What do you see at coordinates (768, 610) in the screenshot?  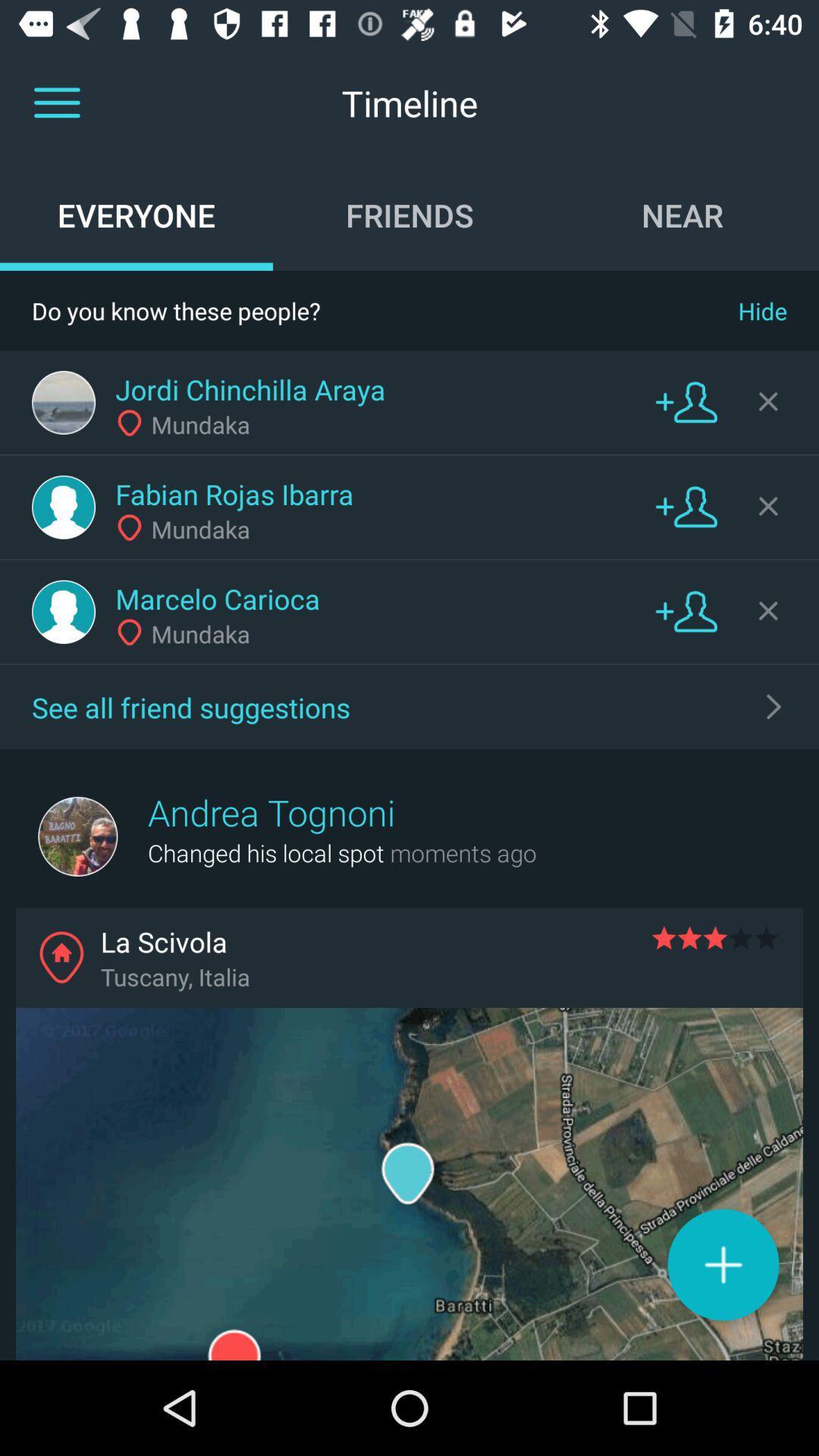 I see `remove person` at bounding box center [768, 610].